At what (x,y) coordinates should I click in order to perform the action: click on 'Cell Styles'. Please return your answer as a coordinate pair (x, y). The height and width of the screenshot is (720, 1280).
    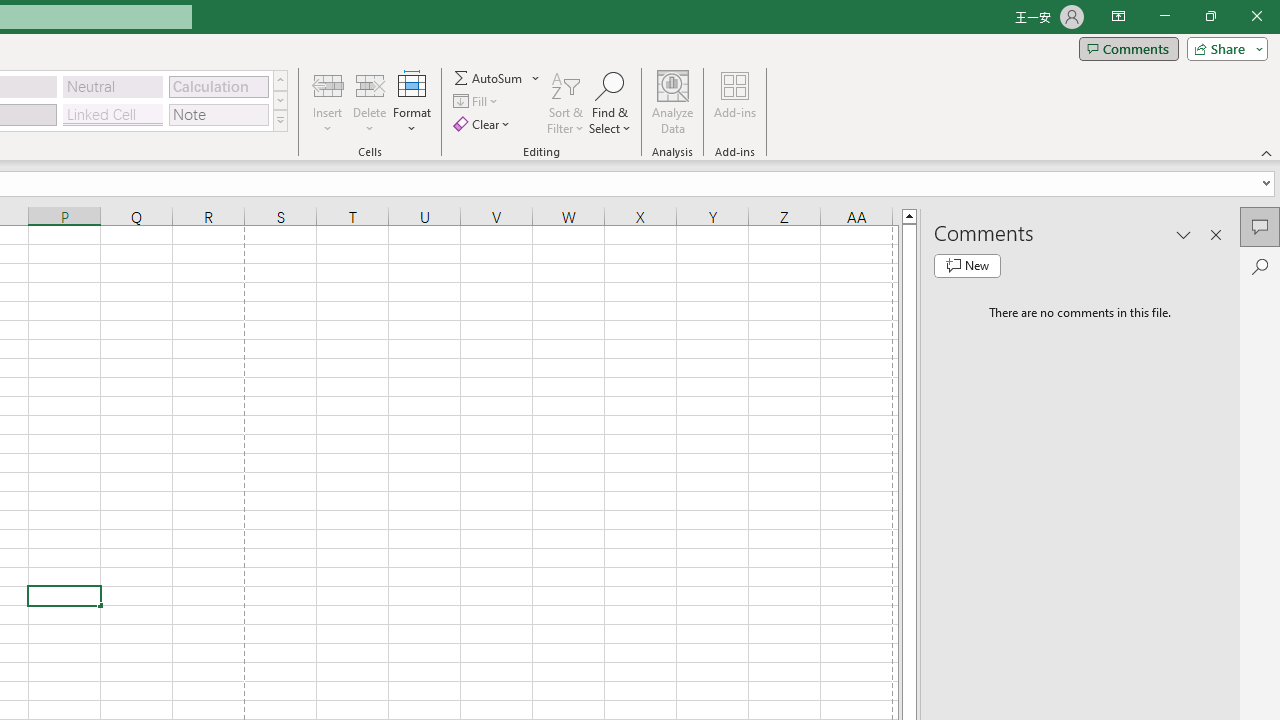
    Looking at the image, I should click on (279, 120).